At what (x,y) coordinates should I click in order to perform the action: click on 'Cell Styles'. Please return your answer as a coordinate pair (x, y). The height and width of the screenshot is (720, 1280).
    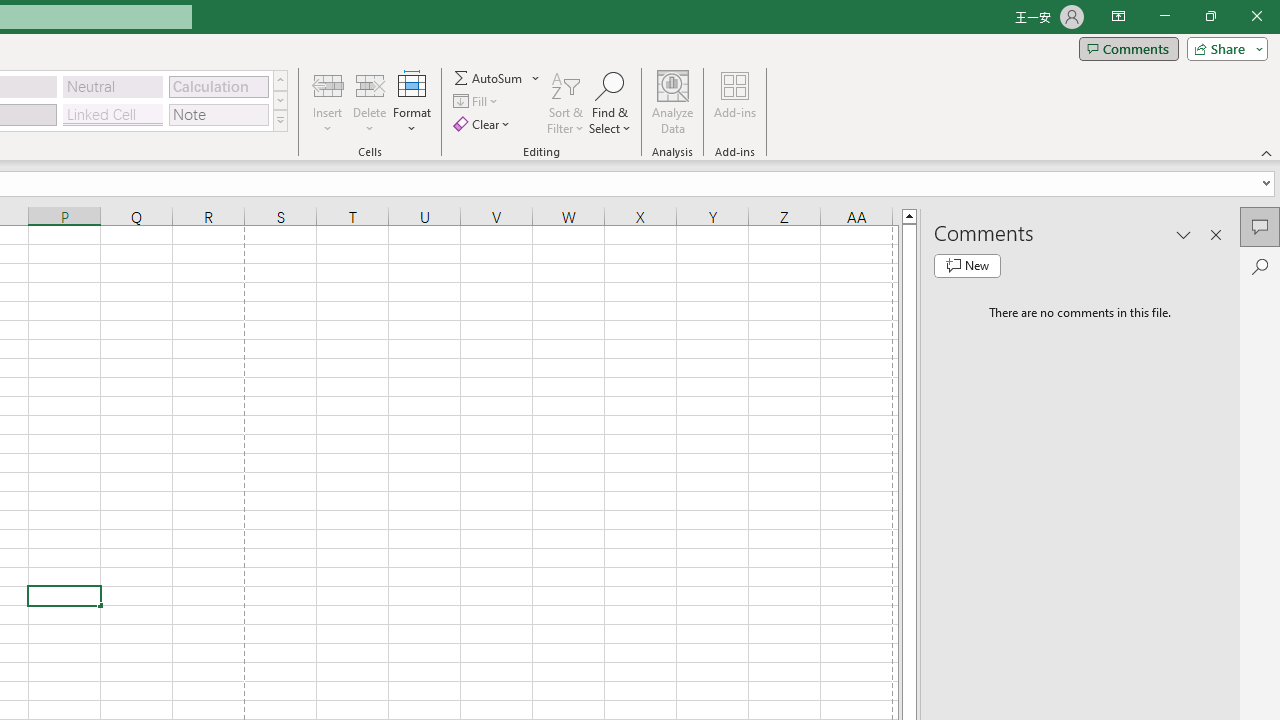
    Looking at the image, I should click on (279, 120).